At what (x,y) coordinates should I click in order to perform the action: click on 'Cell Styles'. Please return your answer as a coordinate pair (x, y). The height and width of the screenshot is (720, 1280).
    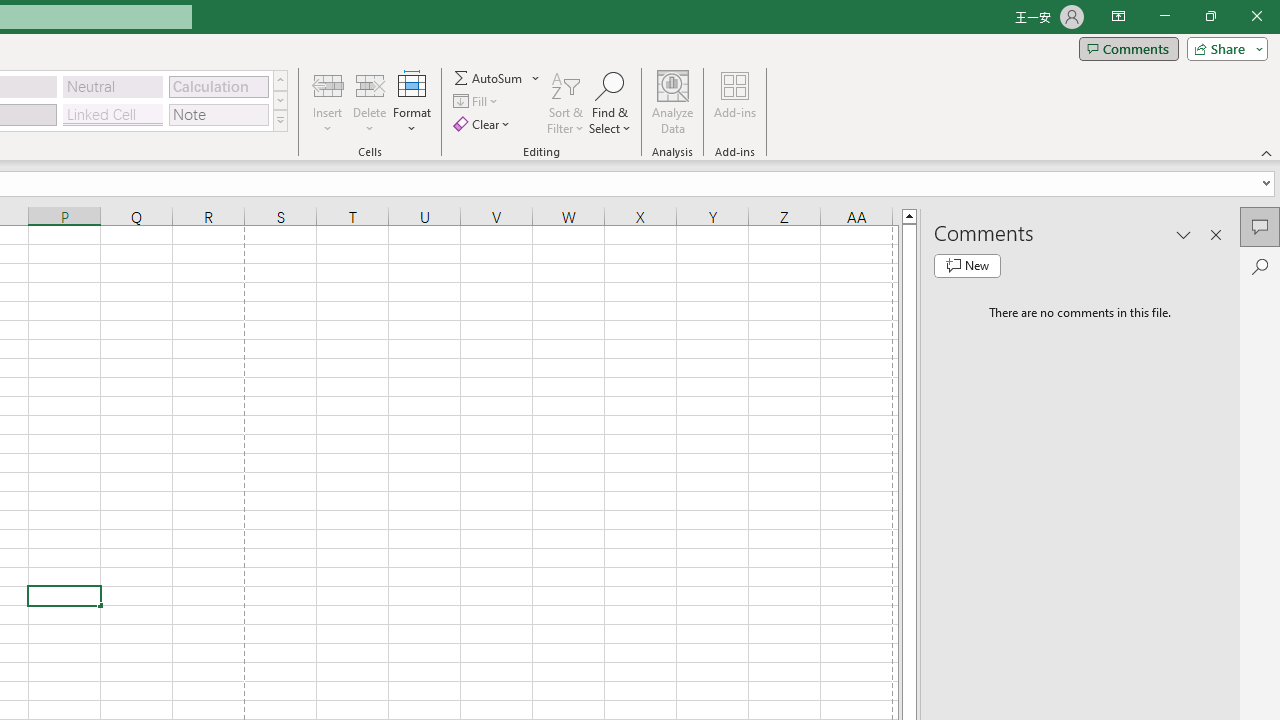
    Looking at the image, I should click on (279, 120).